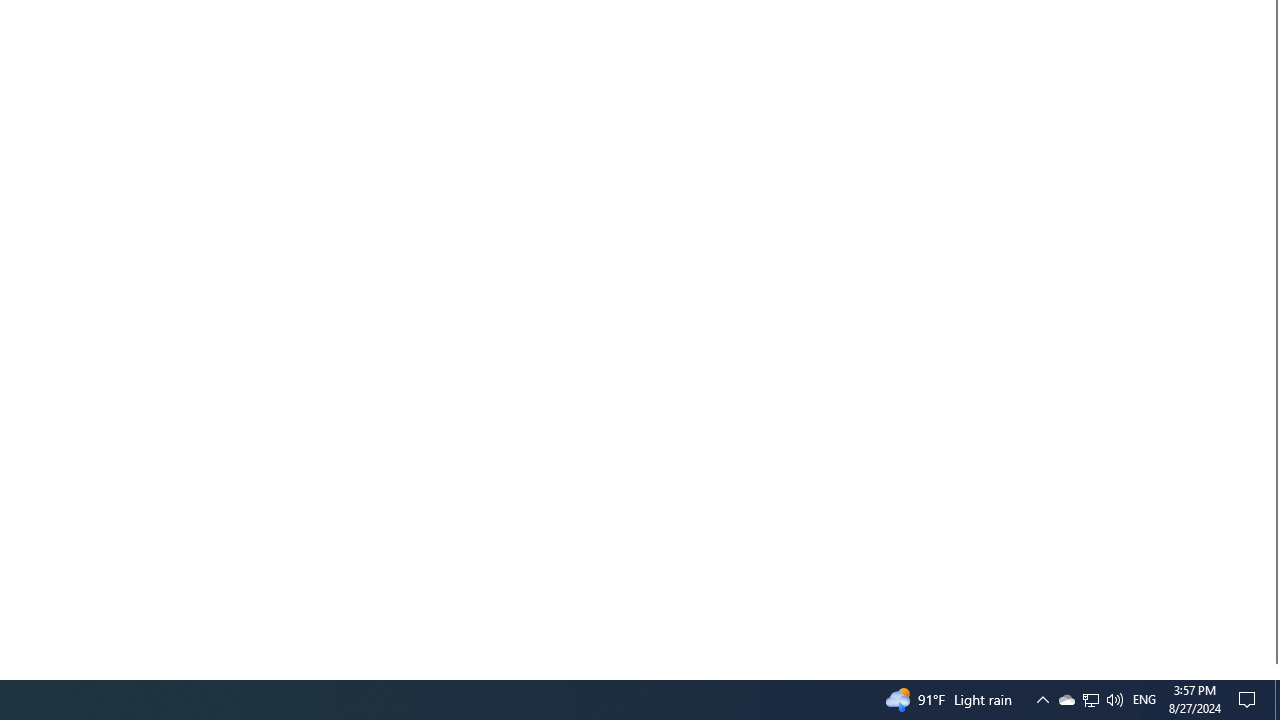 This screenshot has height=720, width=1280. What do you see at coordinates (1090, 698) in the screenshot?
I see `'User Promoted Notification Area'` at bounding box center [1090, 698].